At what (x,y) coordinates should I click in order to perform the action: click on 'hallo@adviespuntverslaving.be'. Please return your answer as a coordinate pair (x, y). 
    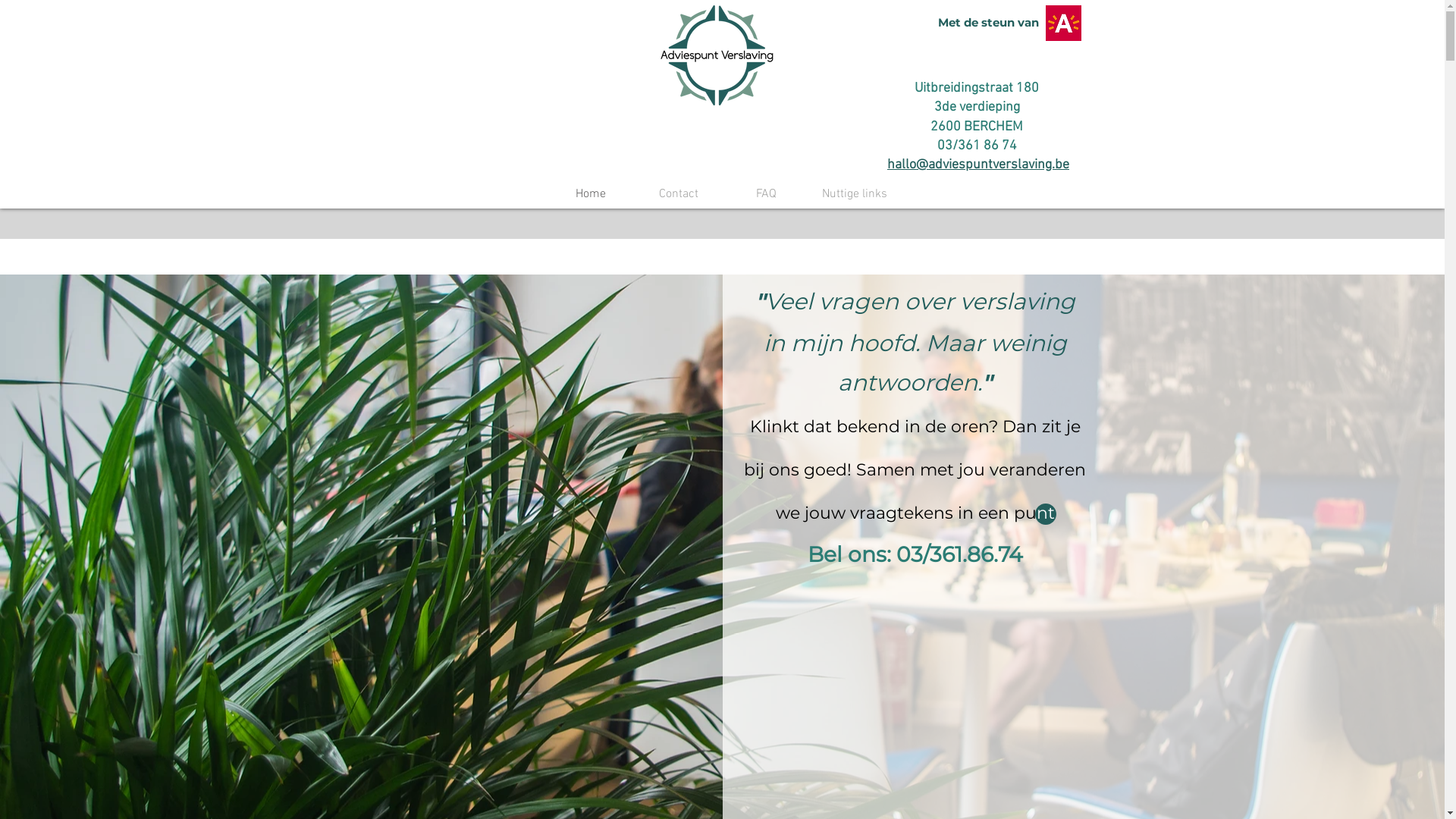
    Looking at the image, I should click on (978, 165).